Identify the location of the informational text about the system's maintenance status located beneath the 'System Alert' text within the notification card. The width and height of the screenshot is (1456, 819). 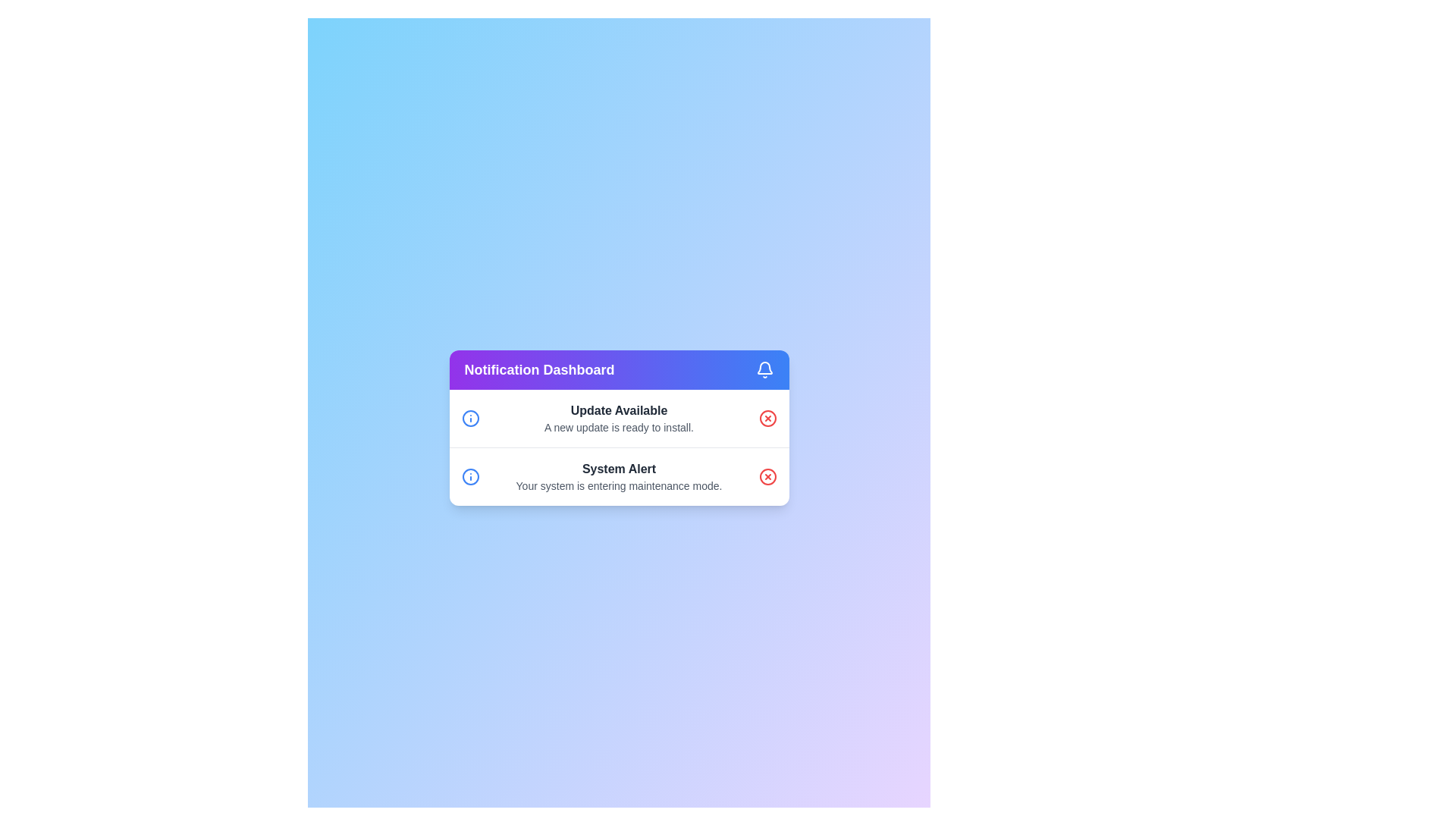
(619, 485).